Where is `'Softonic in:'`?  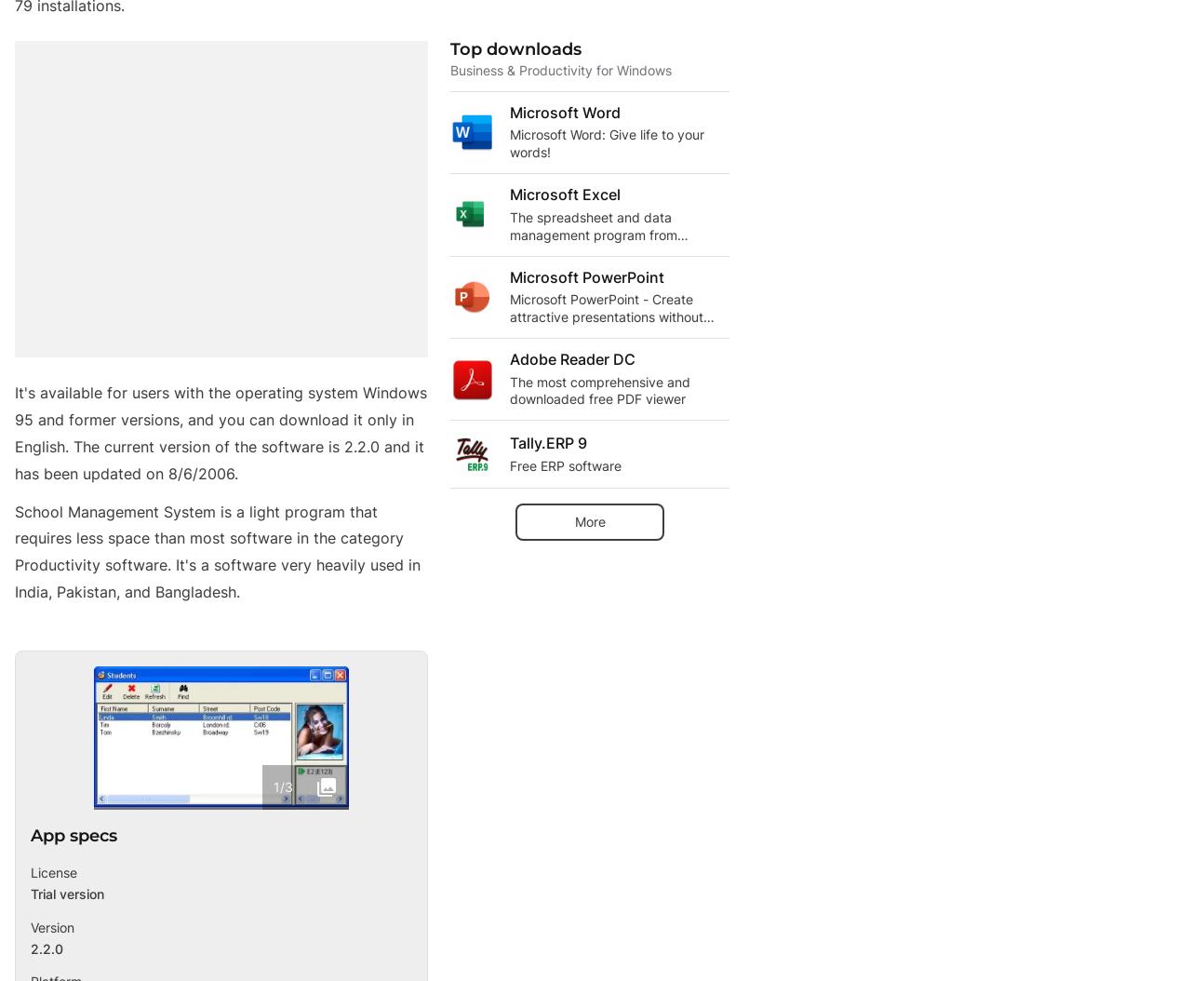 'Softonic in:' is located at coordinates (71, 916).